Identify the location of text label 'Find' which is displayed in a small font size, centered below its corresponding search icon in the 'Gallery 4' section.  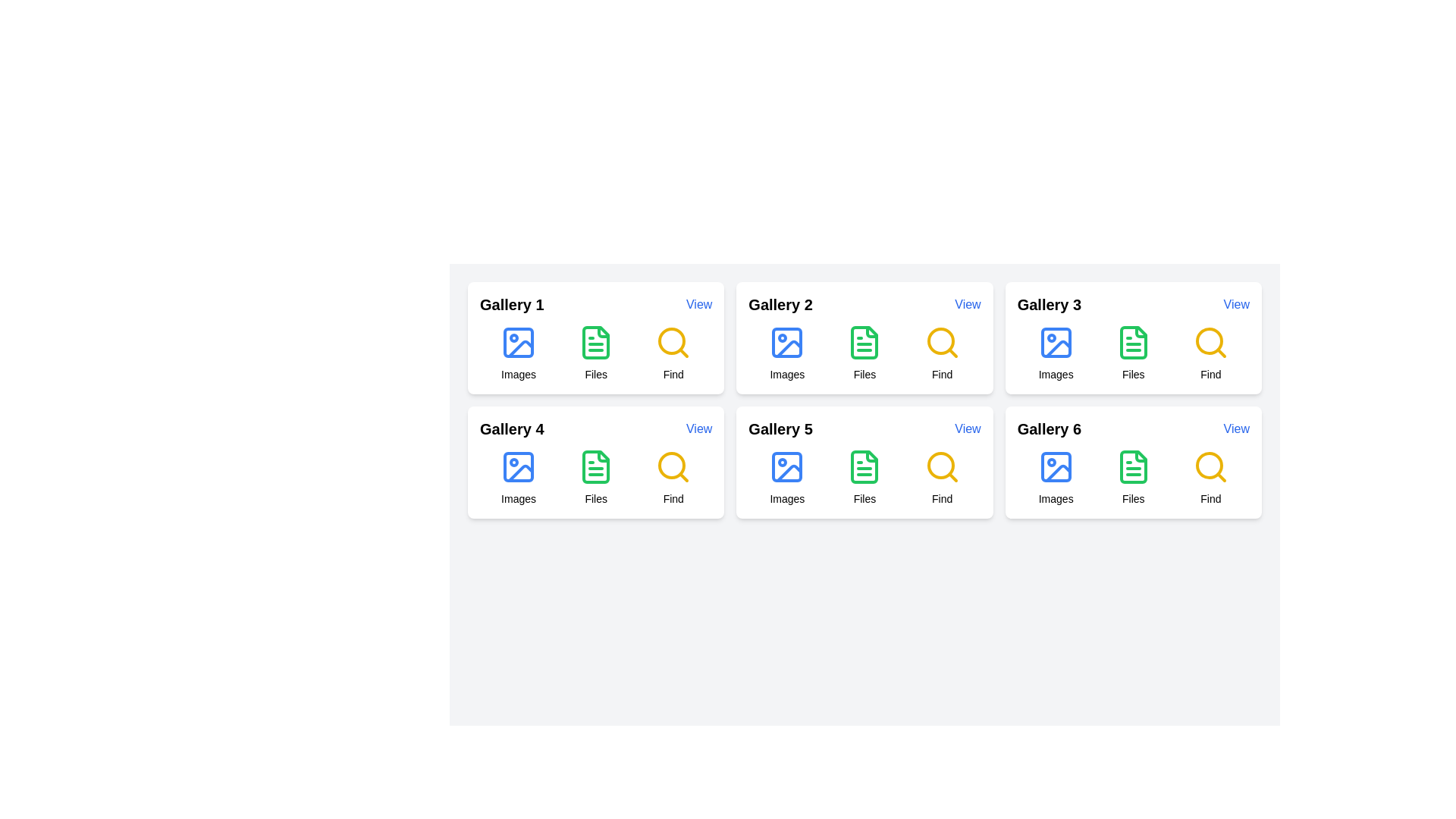
(673, 499).